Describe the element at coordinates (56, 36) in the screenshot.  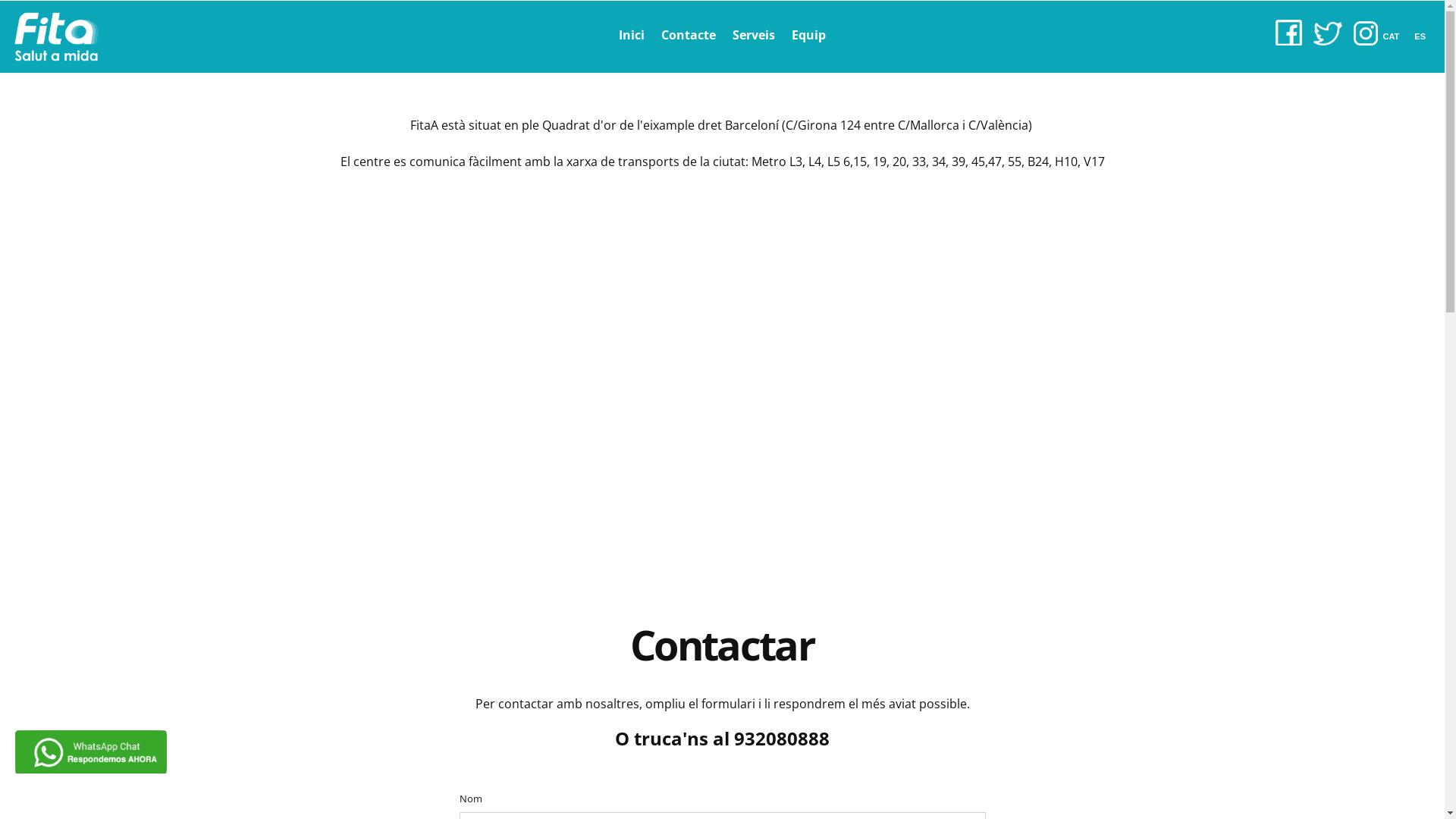
I see `'FitaA'` at that location.